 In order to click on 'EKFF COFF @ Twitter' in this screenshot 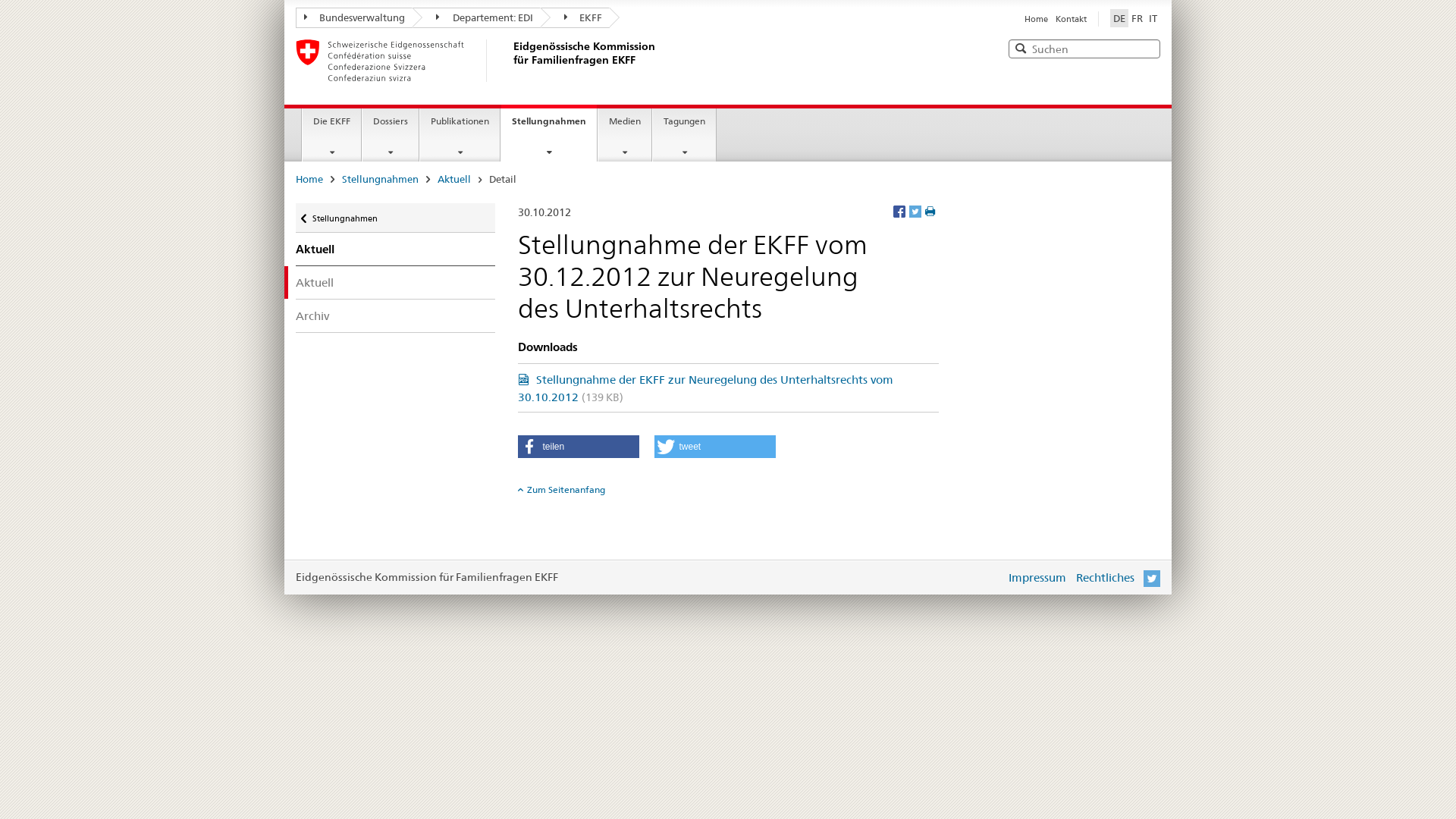, I will do `click(1143, 577)`.